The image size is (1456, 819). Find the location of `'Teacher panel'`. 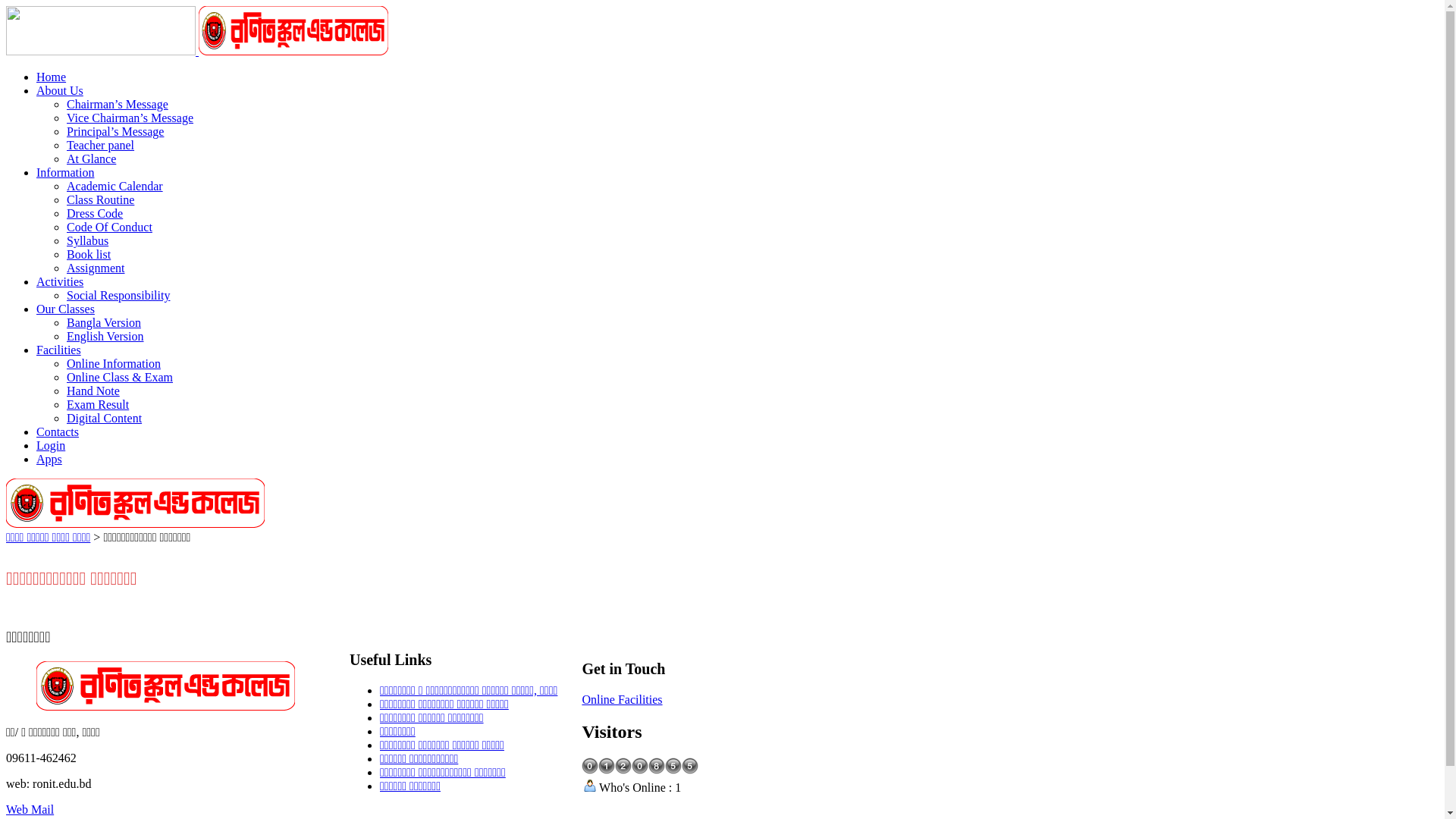

'Teacher panel' is located at coordinates (99, 145).